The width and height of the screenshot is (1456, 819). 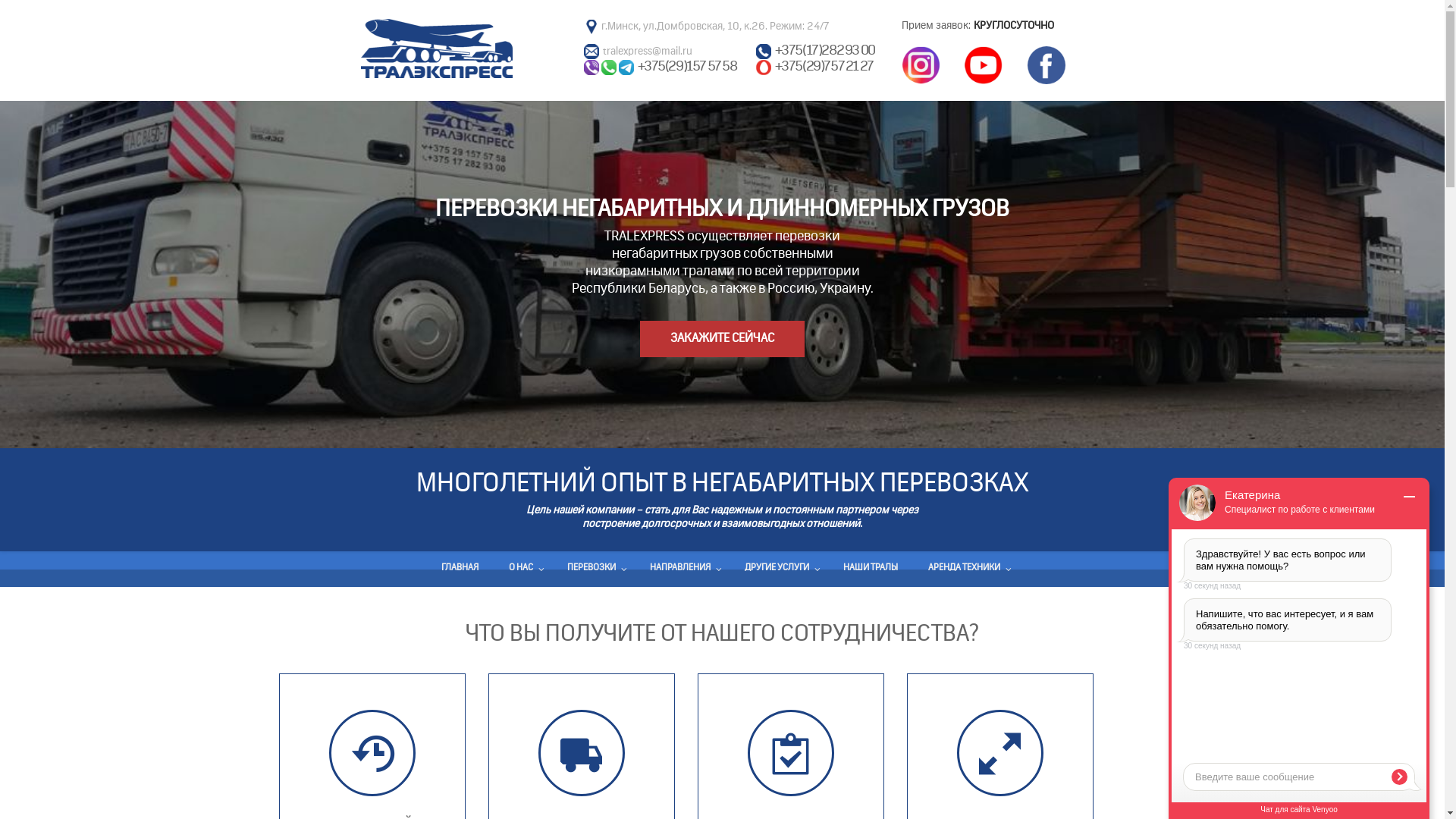 I want to click on '+375(29)757 21 27', so click(x=823, y=65).